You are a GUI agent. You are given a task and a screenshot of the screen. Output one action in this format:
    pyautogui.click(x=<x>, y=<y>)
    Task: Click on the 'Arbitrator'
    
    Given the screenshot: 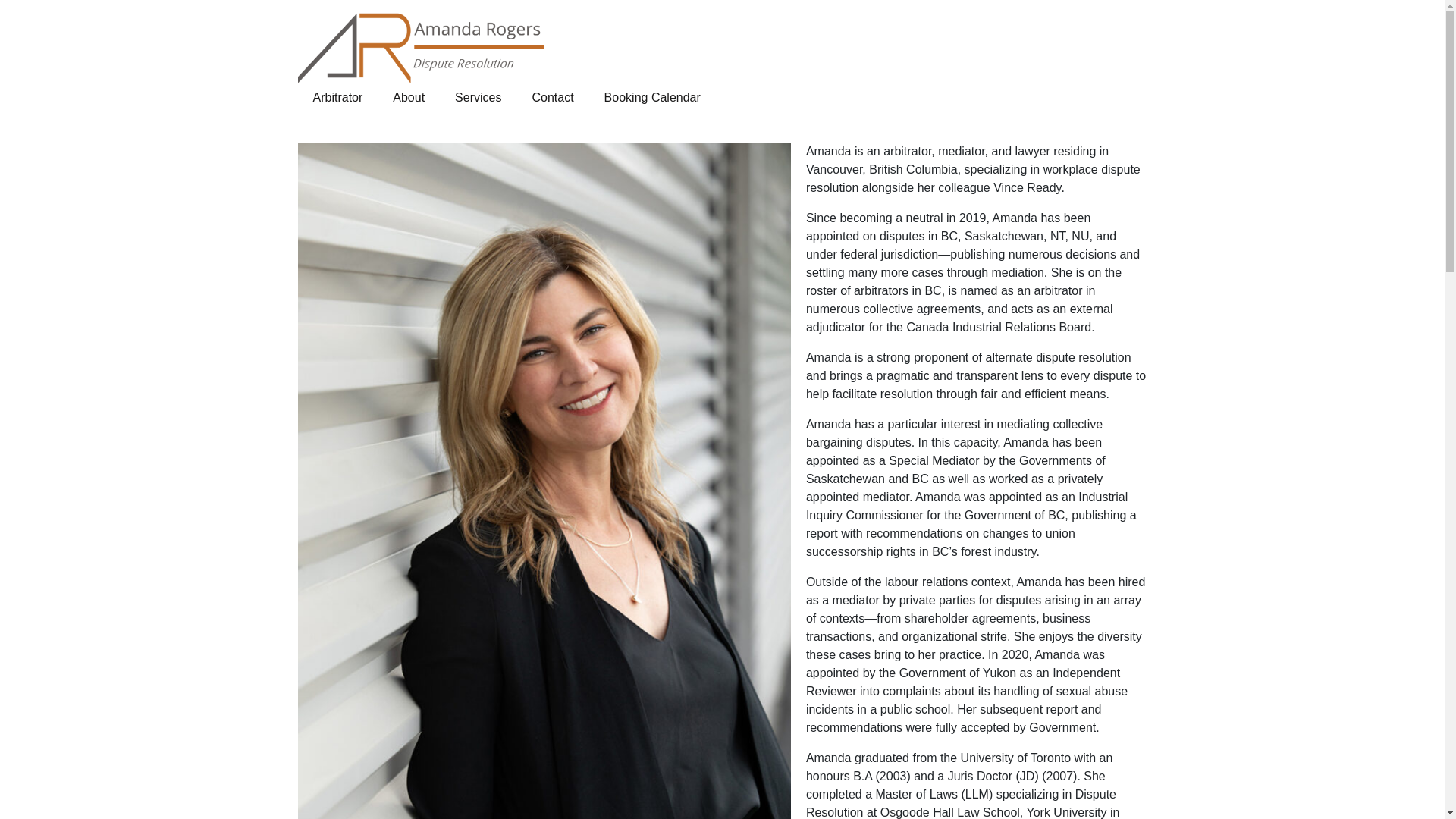 What is the action you would take?
    pyautogui.click(x=337, y=97)
    